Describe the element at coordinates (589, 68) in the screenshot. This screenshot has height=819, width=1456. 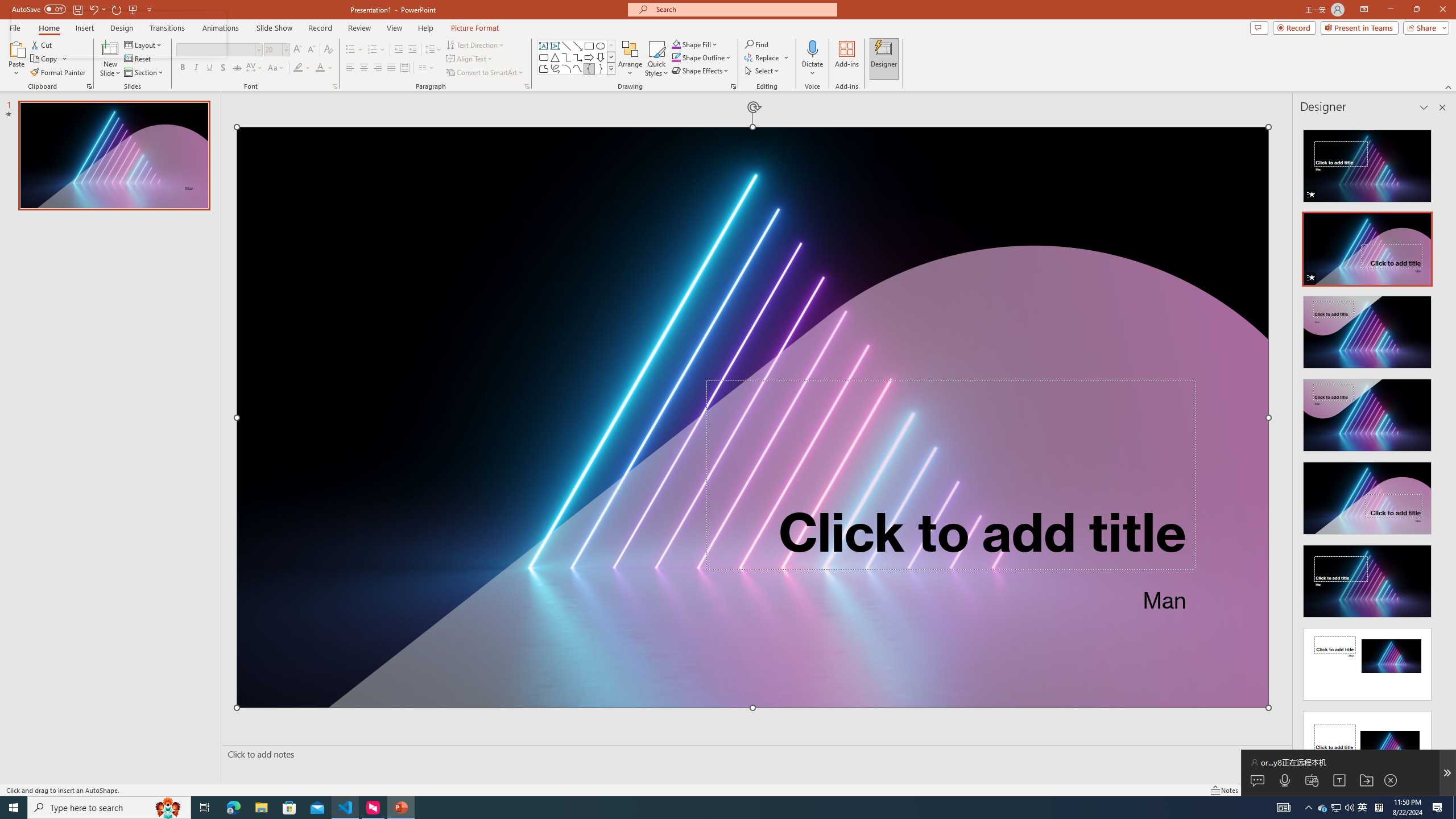
I see `'Left Brace'` at that location.